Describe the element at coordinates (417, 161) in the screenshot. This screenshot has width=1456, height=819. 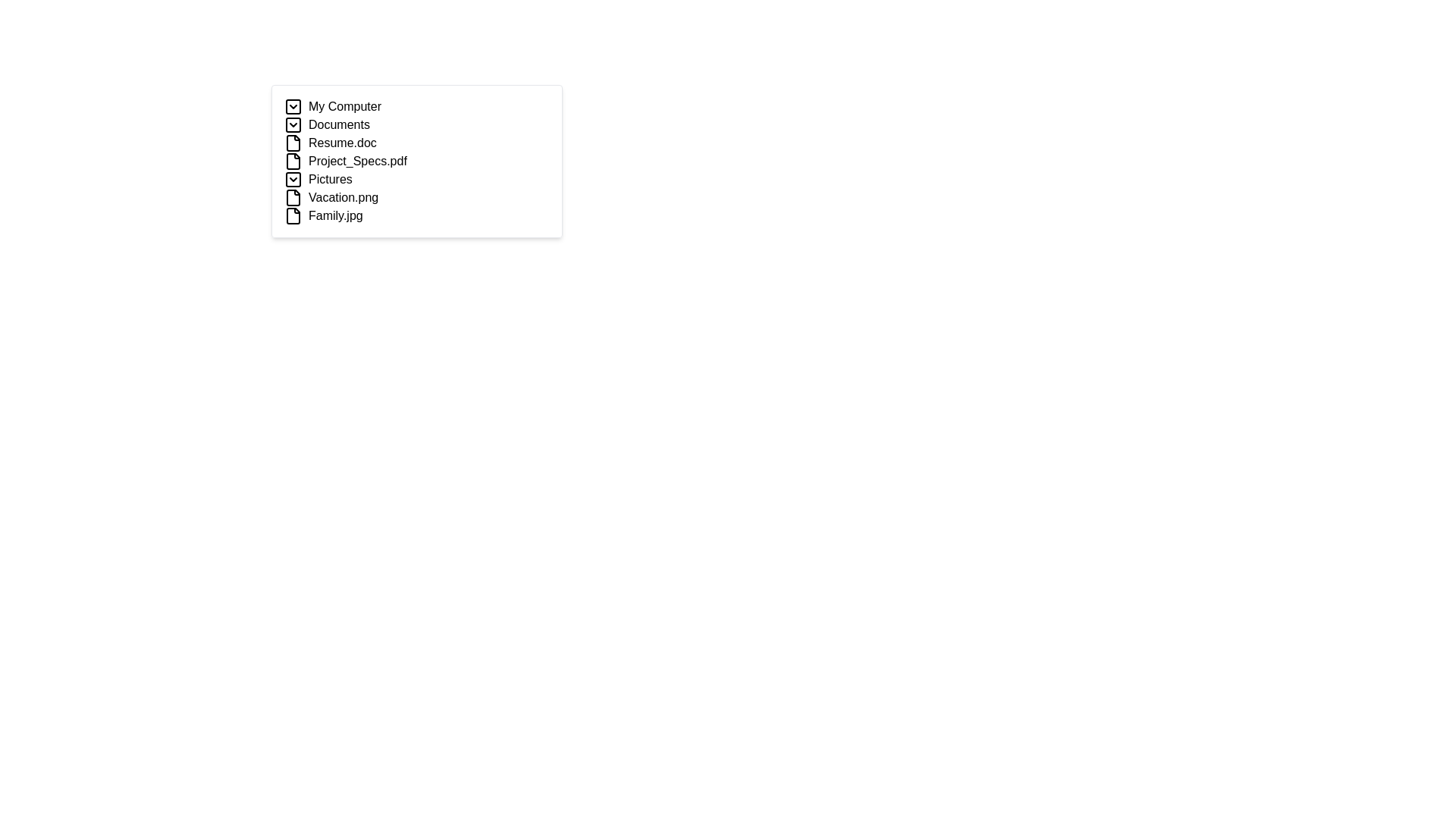
I see `the list item representing the file 'Project_Specs.pdf' located within the 'Documents' section` at that location.